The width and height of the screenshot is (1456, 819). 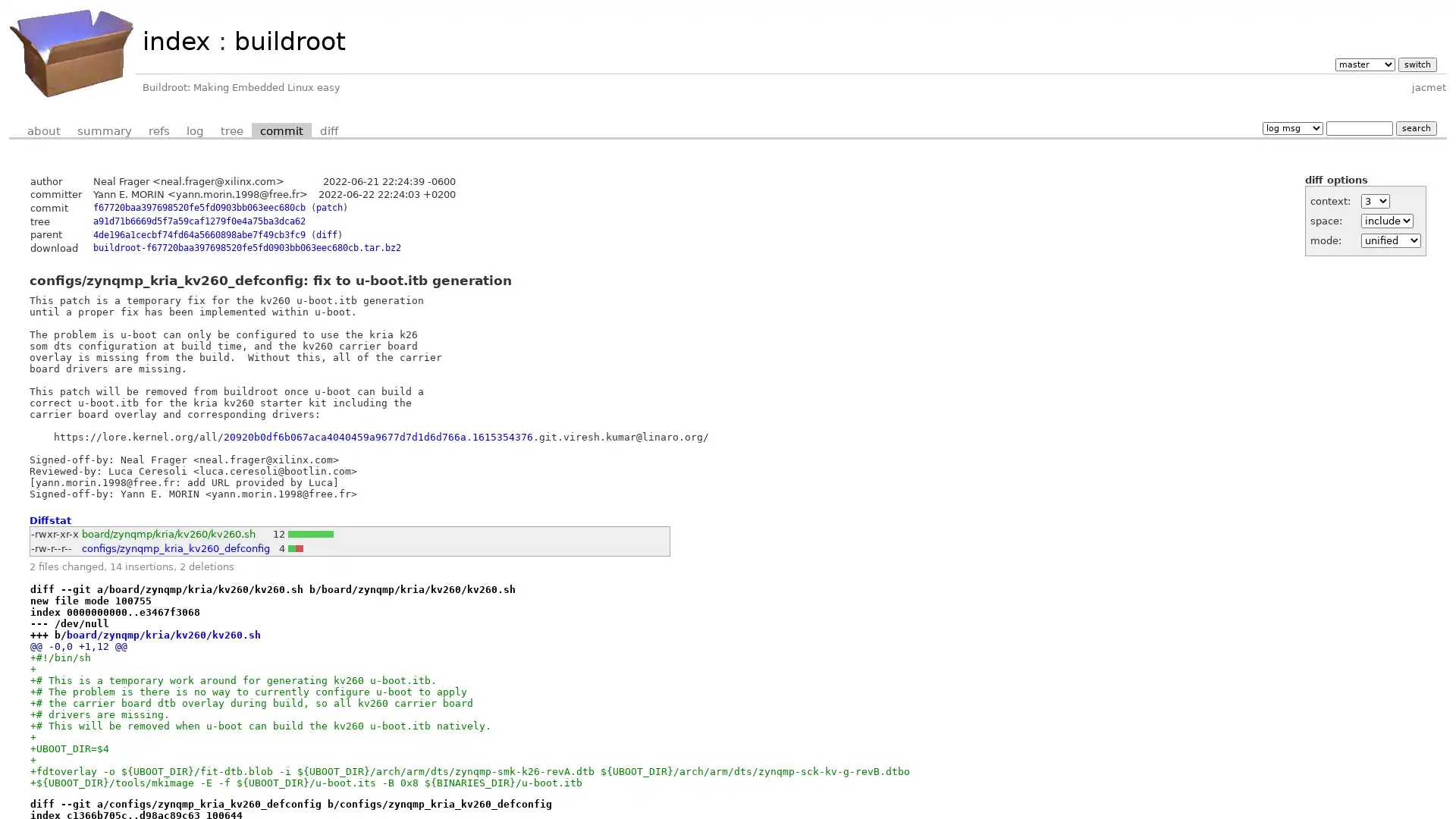 I want to click on search, so click(x=1415, y=127).